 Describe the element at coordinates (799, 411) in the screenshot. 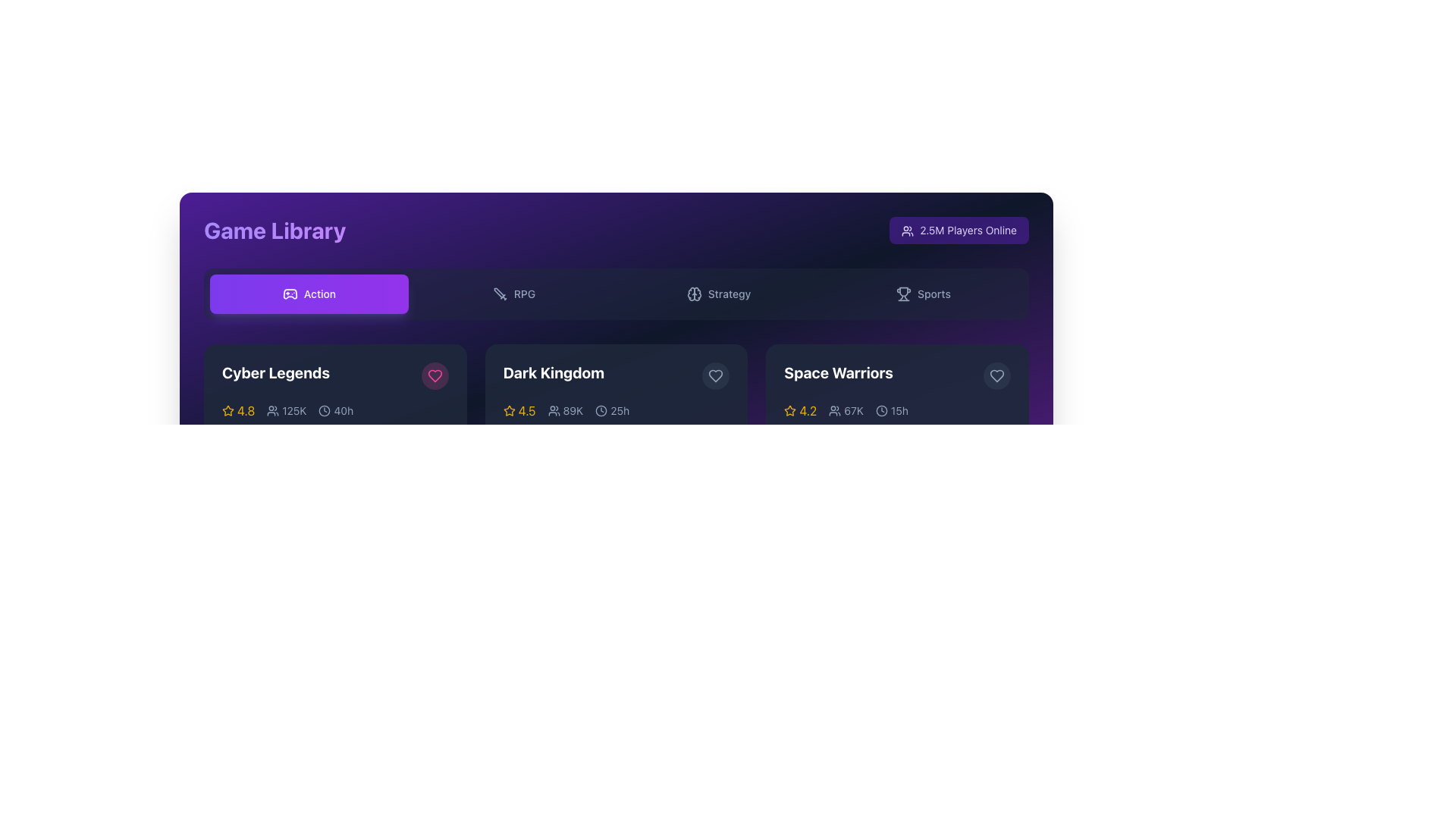

I see `the static text displaying the rating value for the 'Space Warriors' item, located at the bottom part of its tile and adjacent to a star icon` at that location.